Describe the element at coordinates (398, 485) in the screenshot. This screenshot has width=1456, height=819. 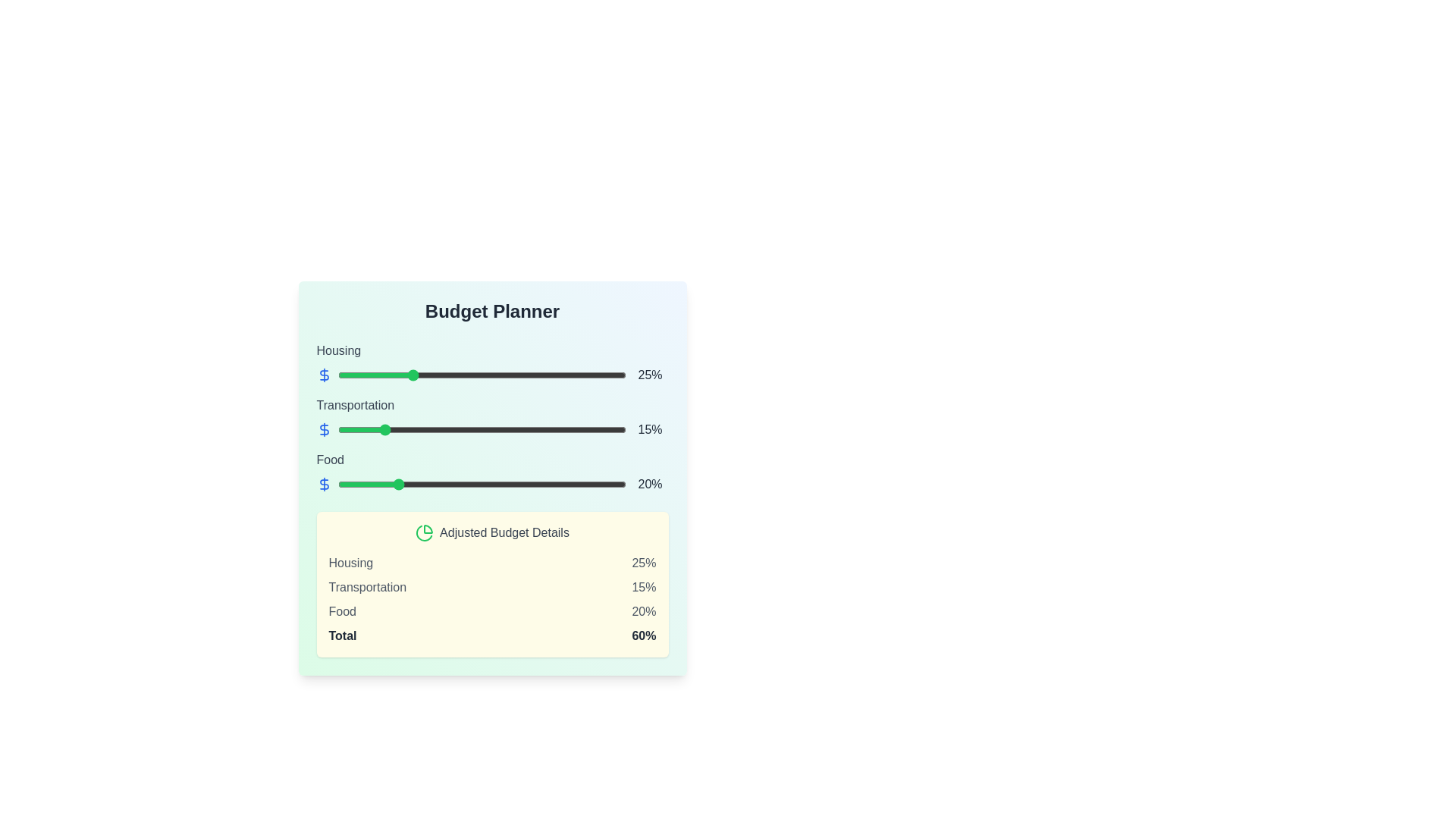
I see `the slider value` at that location.